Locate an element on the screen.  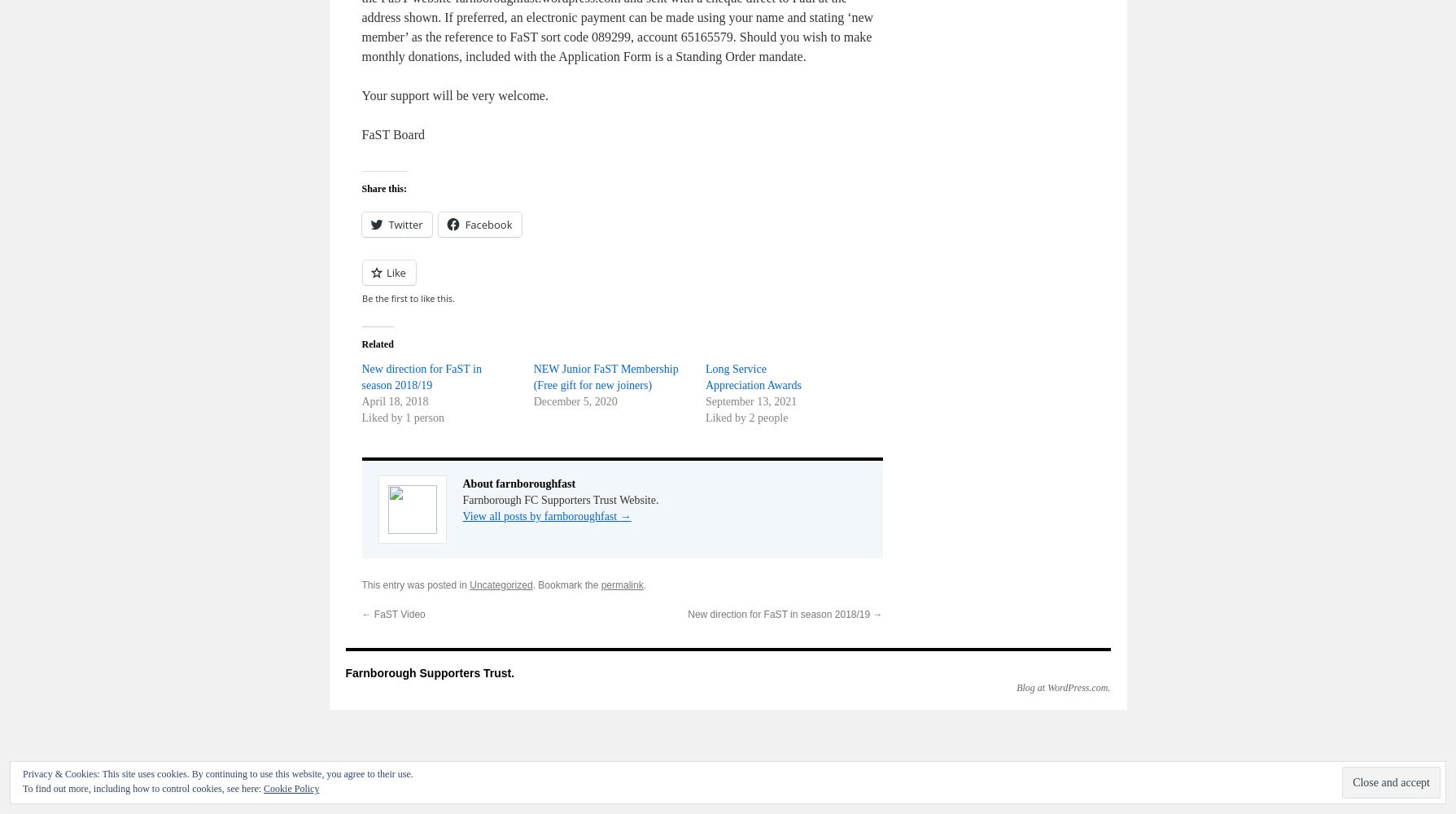
'To find out more, including how to control cookies, see here:' is located at coordinates (143, 788).